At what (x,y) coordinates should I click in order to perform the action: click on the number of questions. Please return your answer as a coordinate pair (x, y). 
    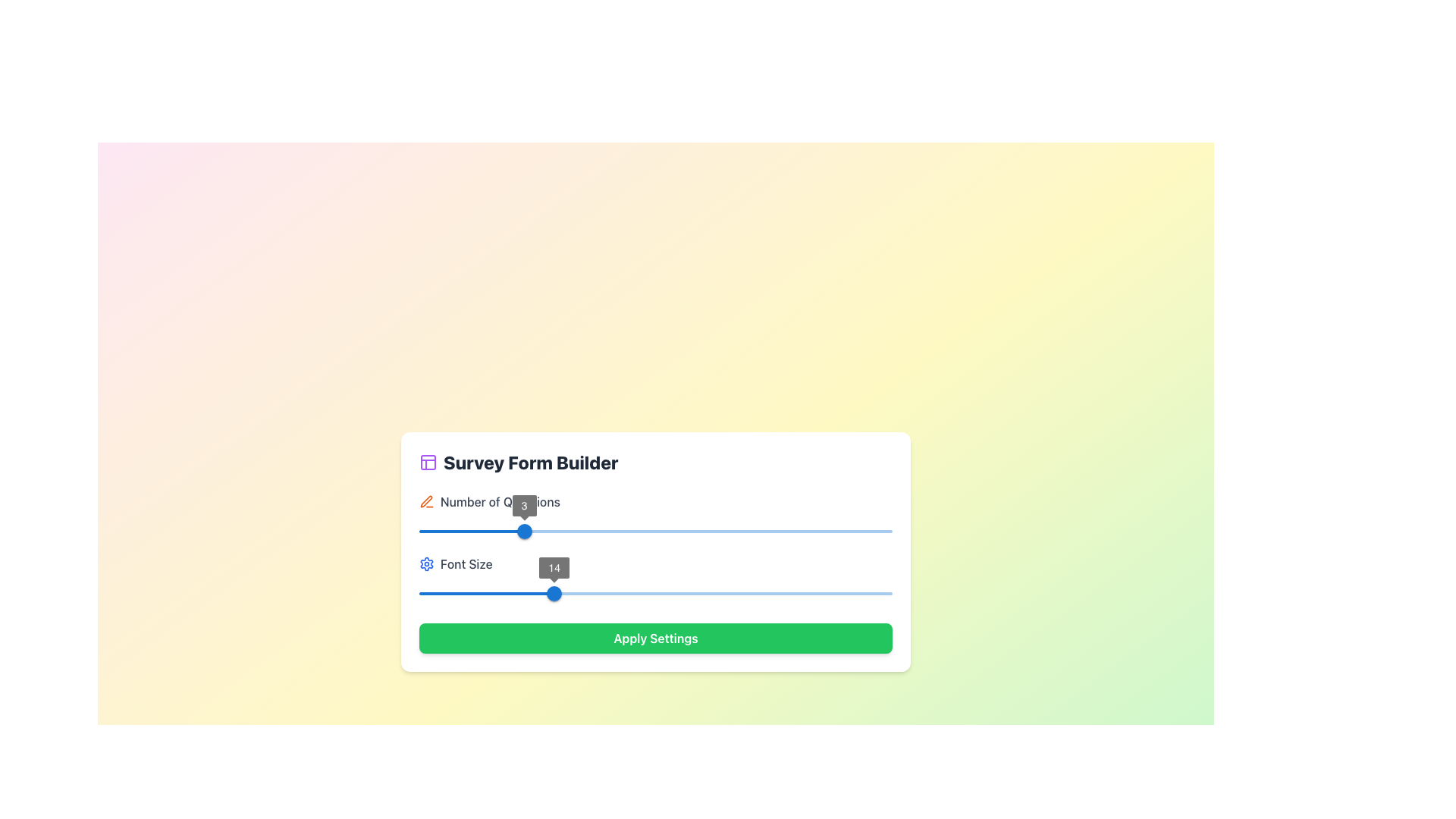
    Looking at the image, I should click on (555, 531).